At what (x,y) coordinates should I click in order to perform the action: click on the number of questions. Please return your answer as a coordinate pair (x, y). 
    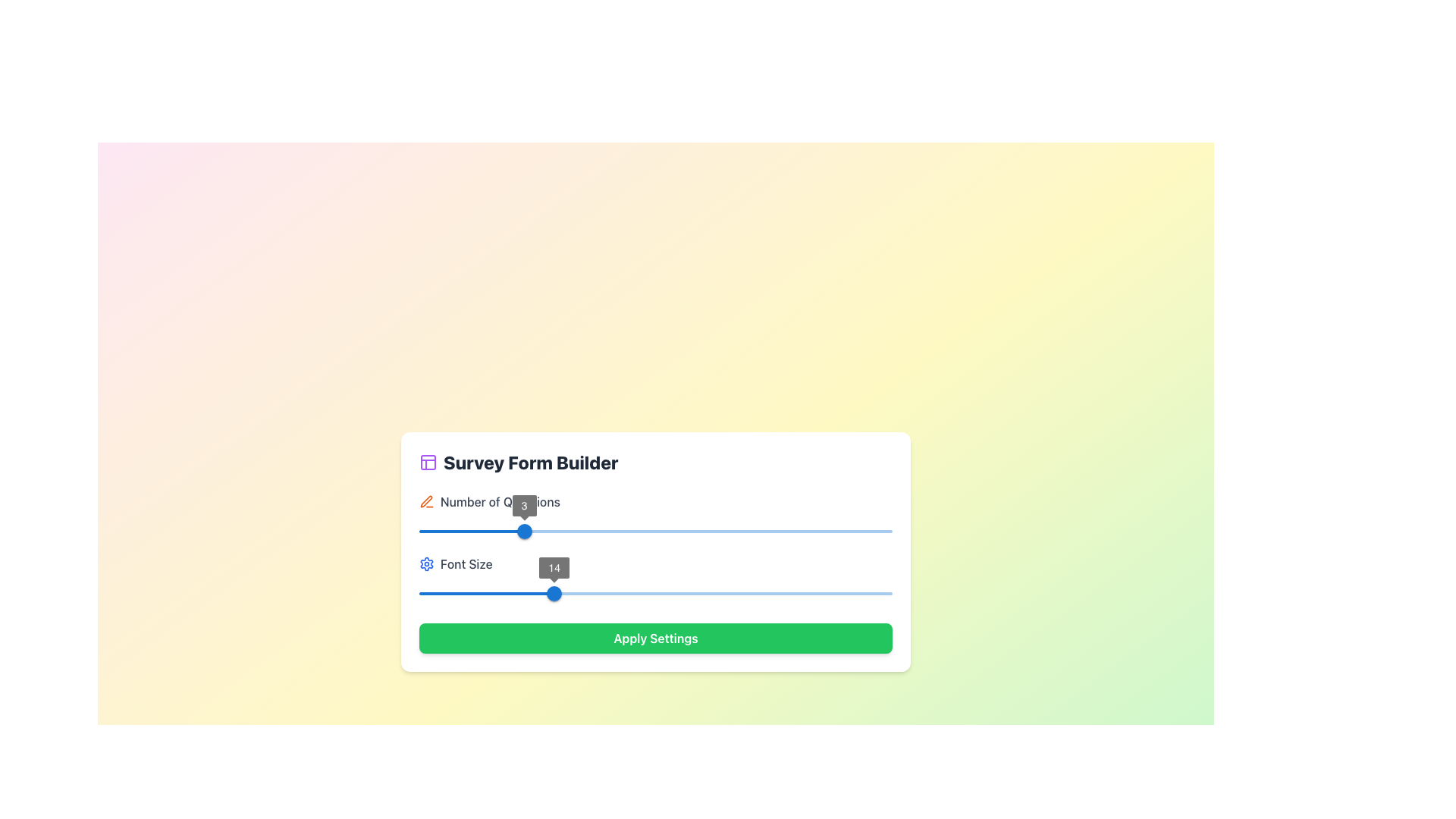
    Looking at the image, I should click on (555, 531).